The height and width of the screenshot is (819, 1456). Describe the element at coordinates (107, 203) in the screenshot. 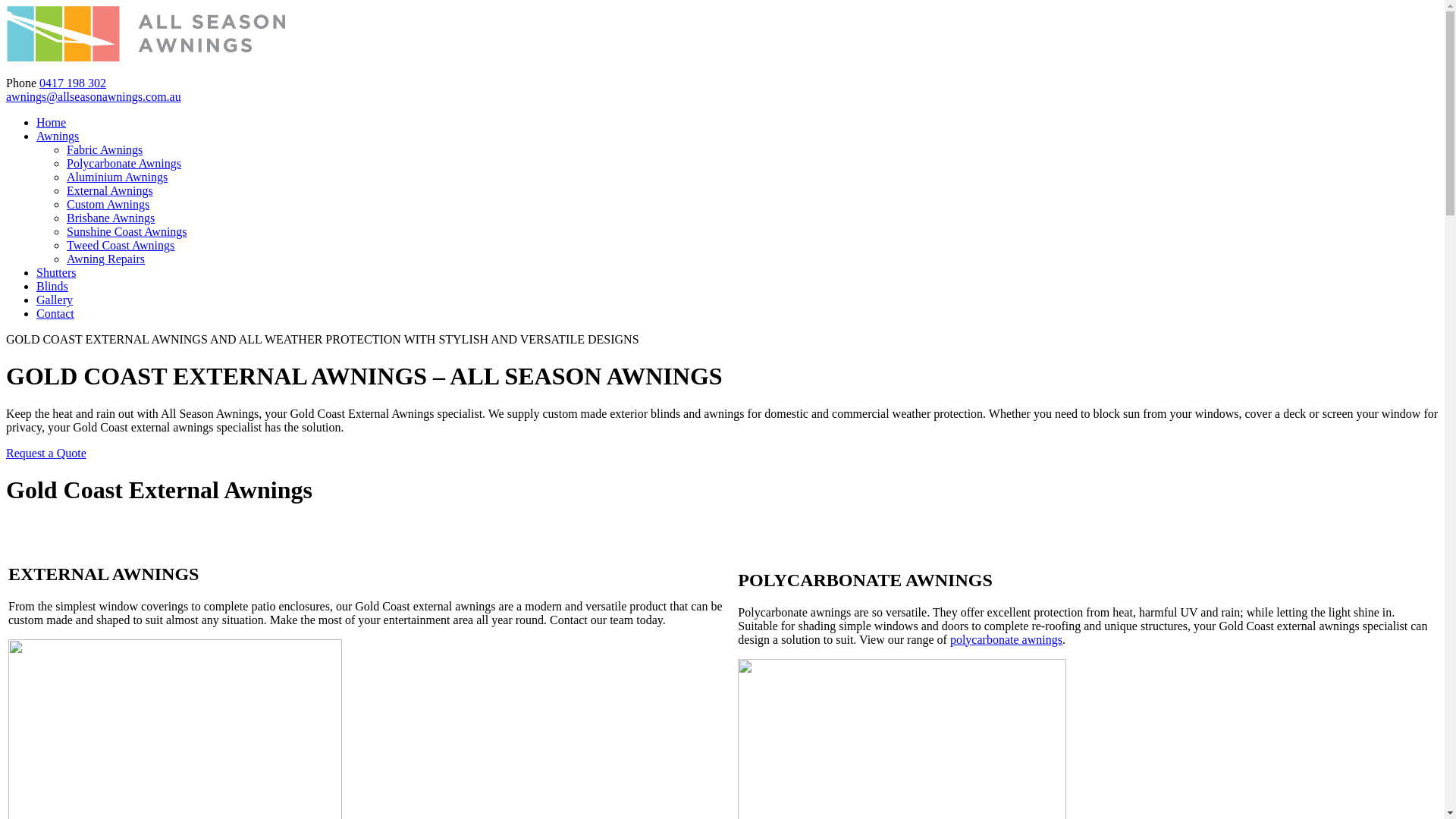

I see `'Custom Awnings'` at that location.